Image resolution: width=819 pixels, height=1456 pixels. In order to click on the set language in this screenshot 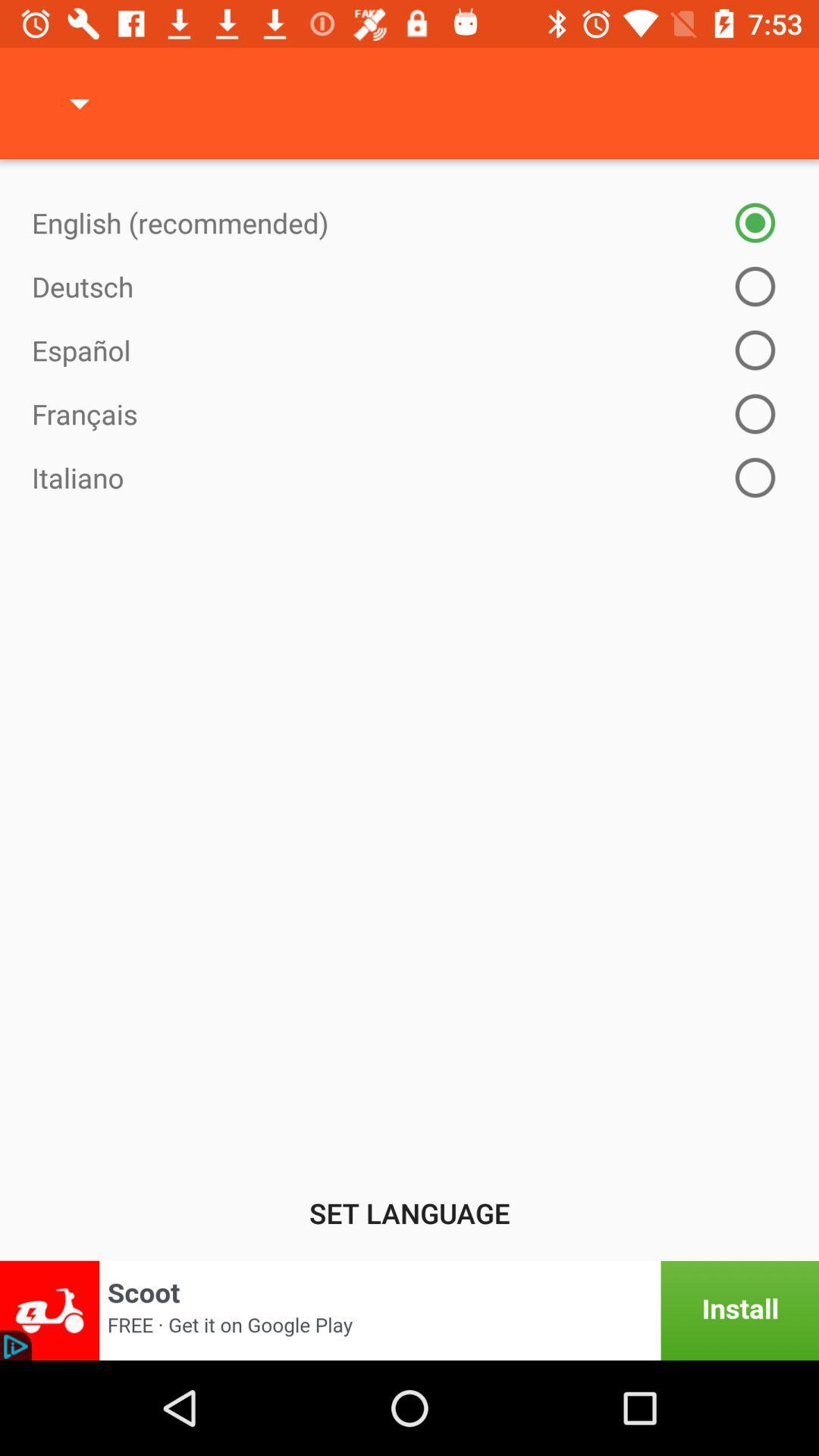, I will do `click(409, 1212)`.